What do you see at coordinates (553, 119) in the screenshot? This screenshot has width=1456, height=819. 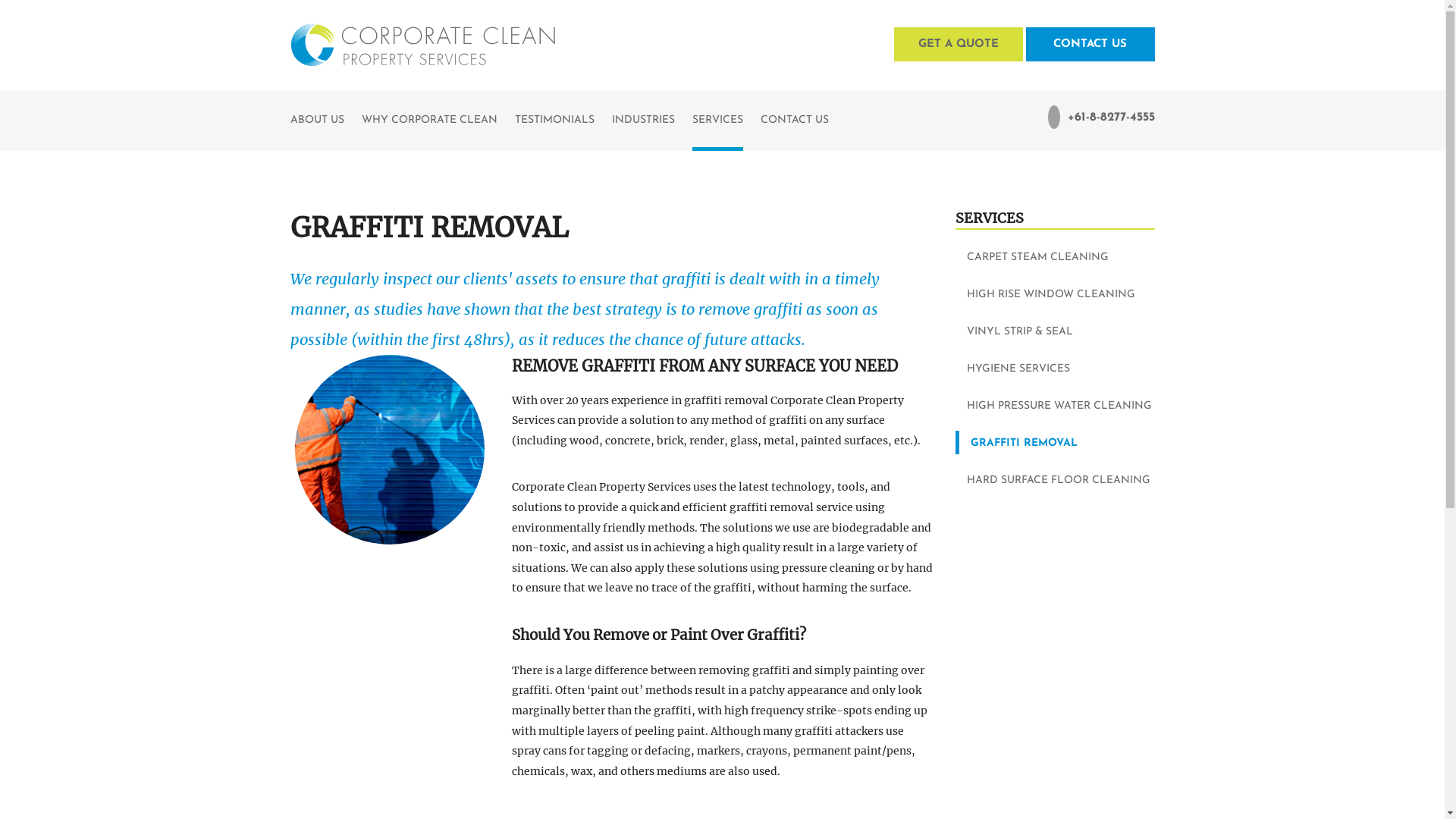 I see `'TESTIMONIALS'` at bounding box center [553, 119].